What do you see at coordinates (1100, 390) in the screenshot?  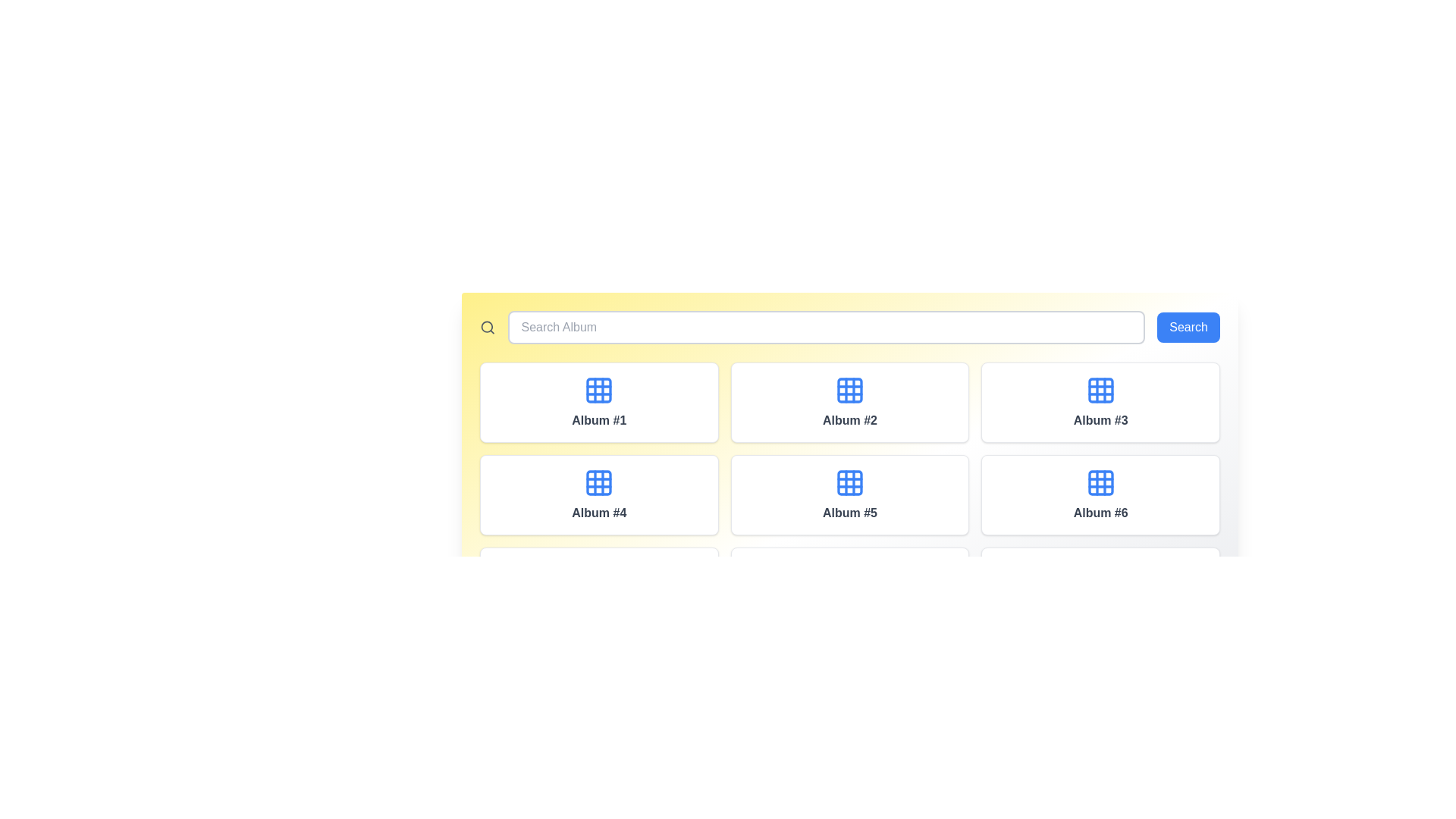 I see `the decorative component of the 3x3 grid icon located at the center of the 'Album #3' button` at bounding box center [1100, 390].